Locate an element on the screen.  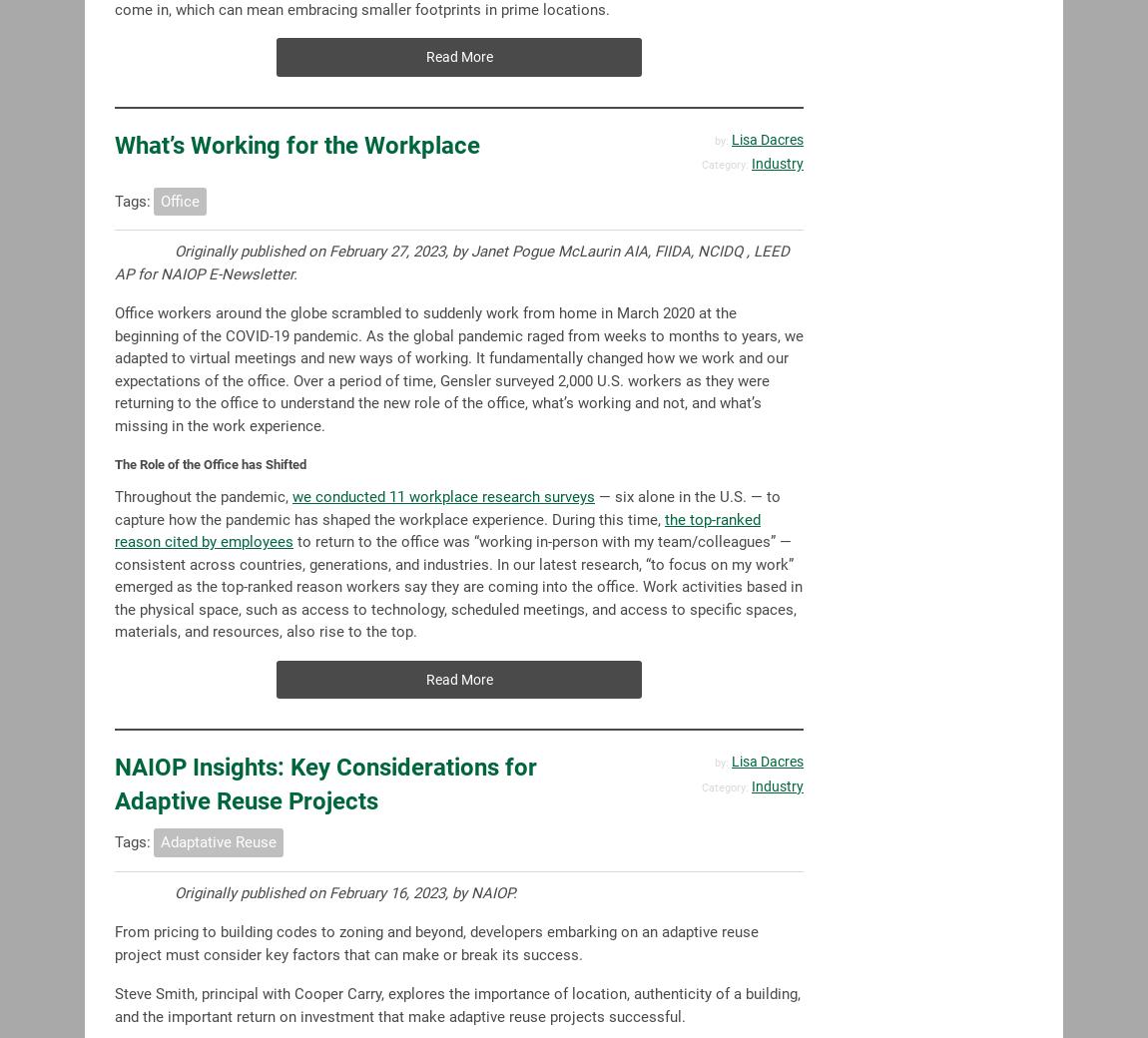
'NAIOP Insights: Key Considerations for Adaptive Reuse Projects' is located at coordinates (325, 783).